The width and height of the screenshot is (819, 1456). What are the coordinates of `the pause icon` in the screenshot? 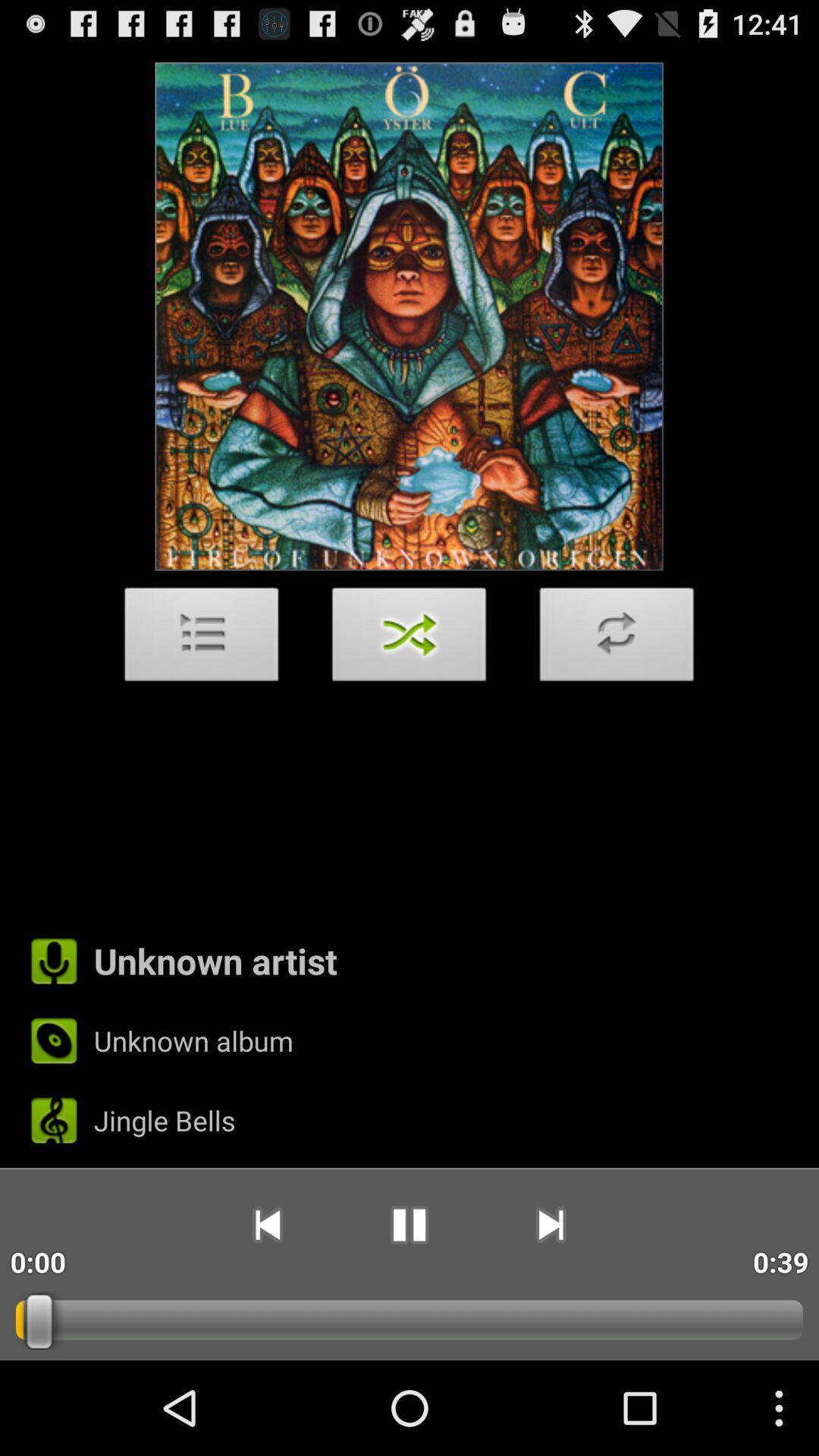 It's located at (408, 1310).